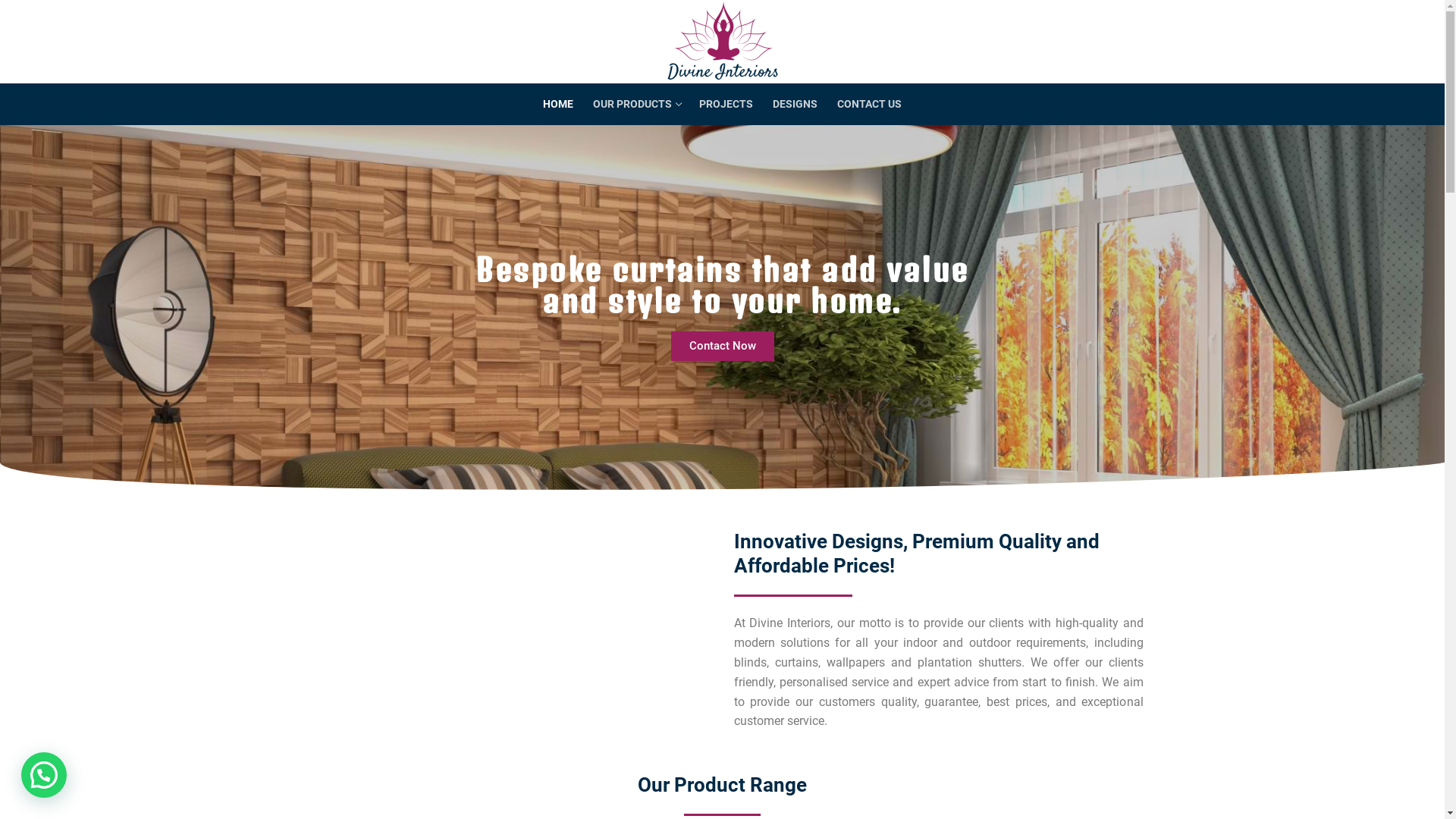 The height and width of the screenshot is (819, 1456). Describe the element at coordinates (794, 104) in the screenshot. I see `'DESIGNS'` at that location.